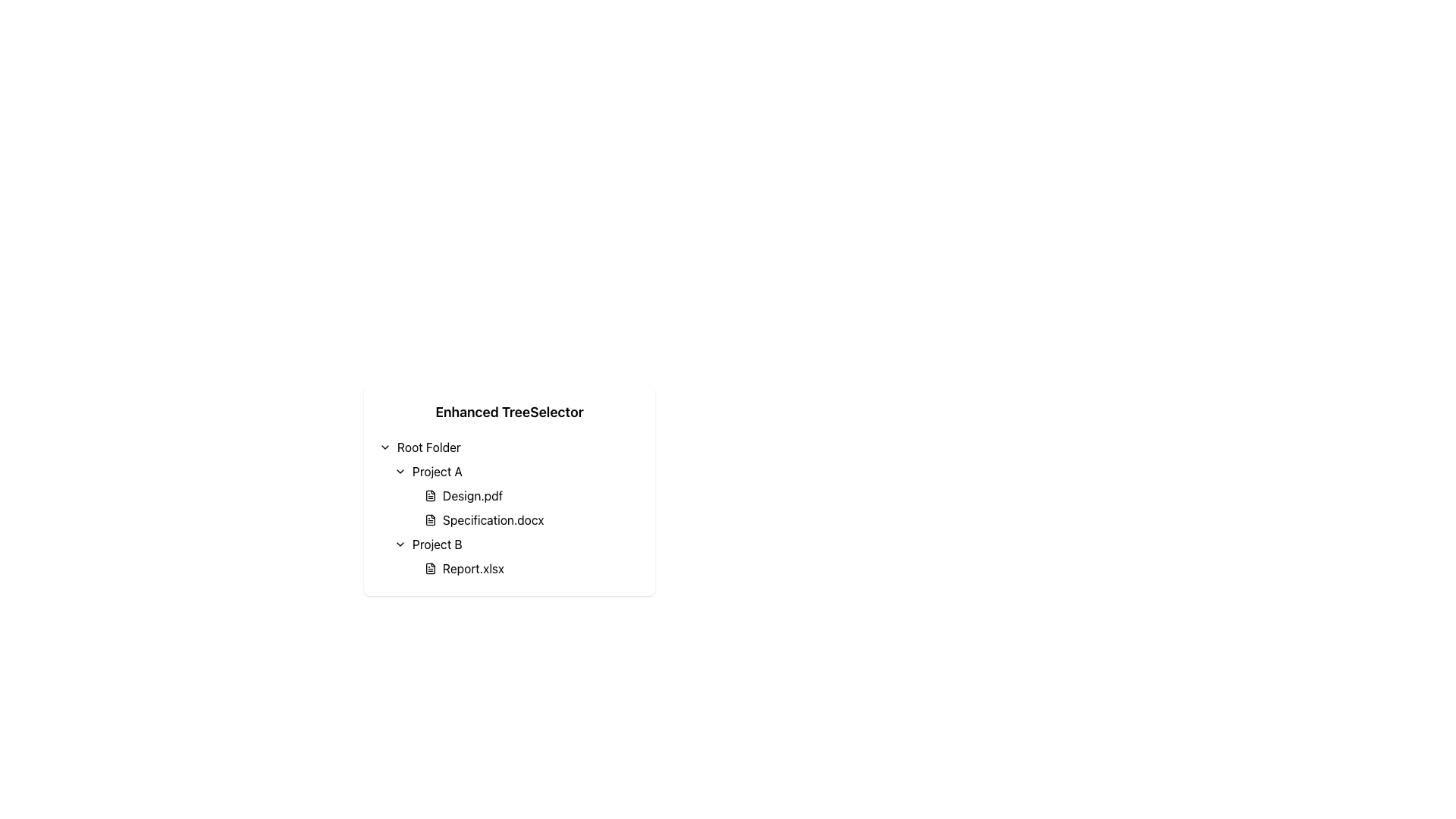 The image size is (1456, 819). I want to click on the toggle icon located, so click(385, 447).